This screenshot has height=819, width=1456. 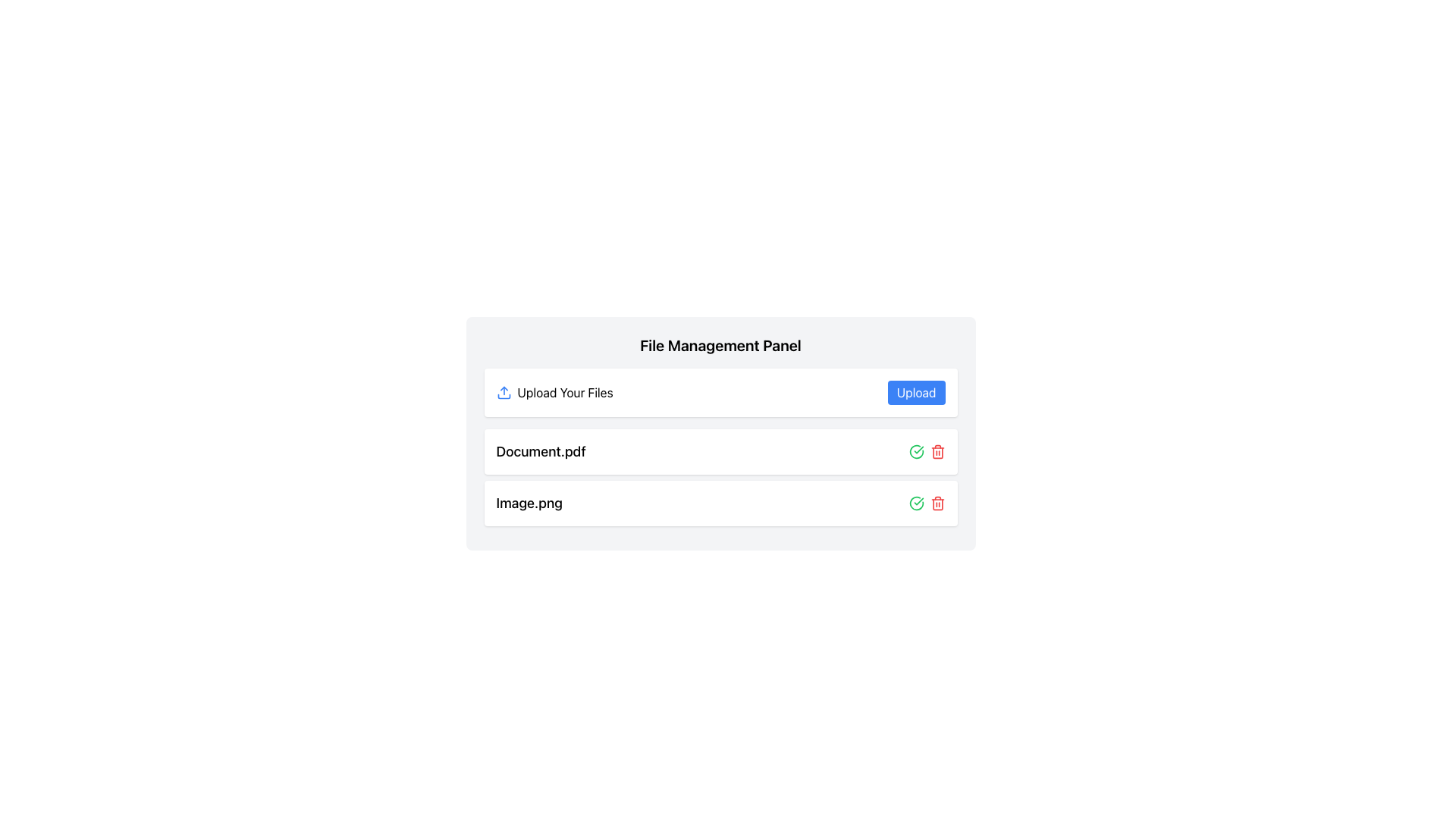 What do you see at coordinates (937, 503) in the screenshot?
I see `the red-colored trash bin icon located to the far-right of the row containing 'Image.png'` at bounding box center [937, 503].